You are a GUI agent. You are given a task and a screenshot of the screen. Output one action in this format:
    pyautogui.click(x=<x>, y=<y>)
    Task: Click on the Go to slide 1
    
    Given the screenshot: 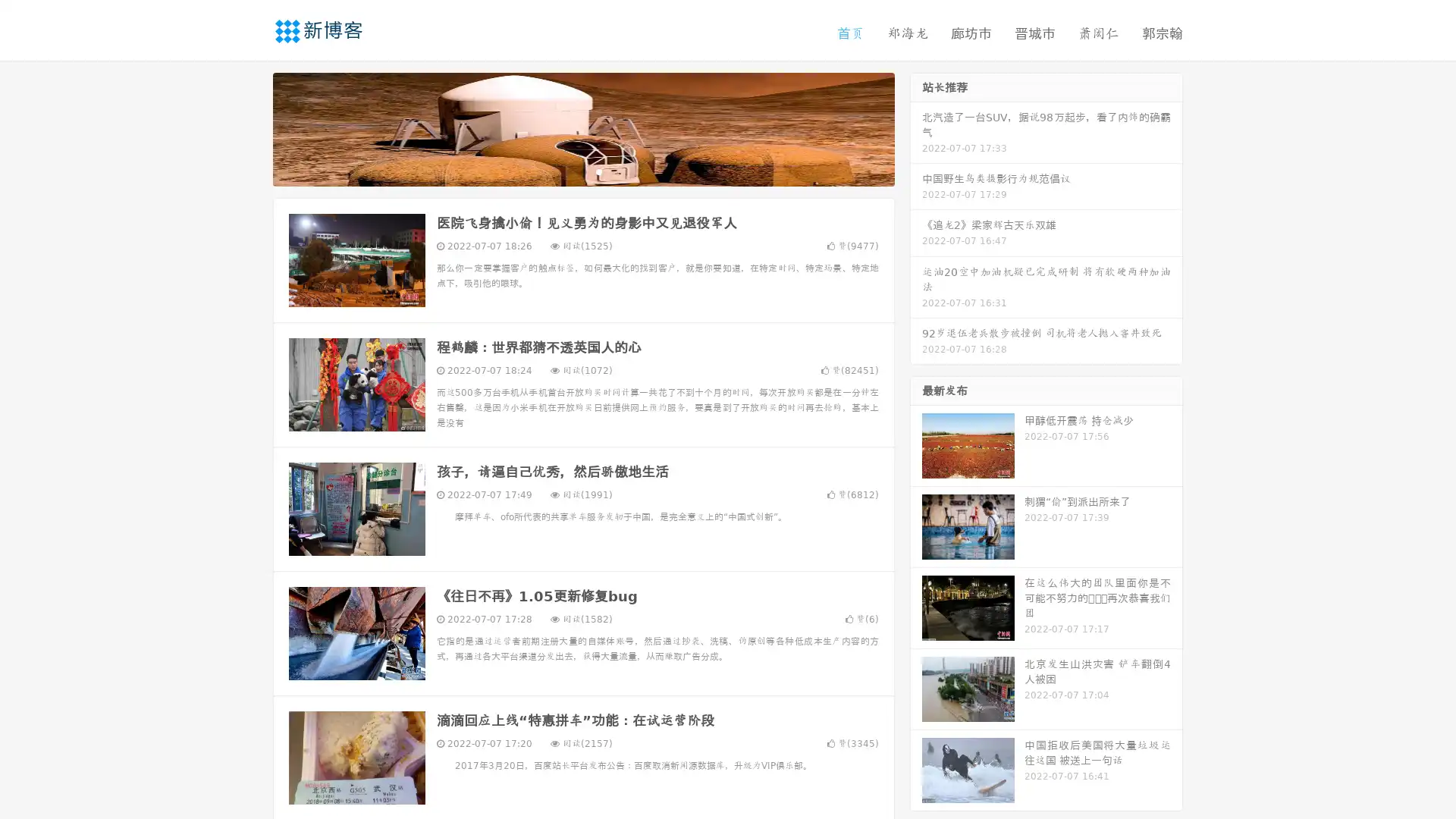 What is the action you would take?
    pyautogui.click(x=567, y=171)
    